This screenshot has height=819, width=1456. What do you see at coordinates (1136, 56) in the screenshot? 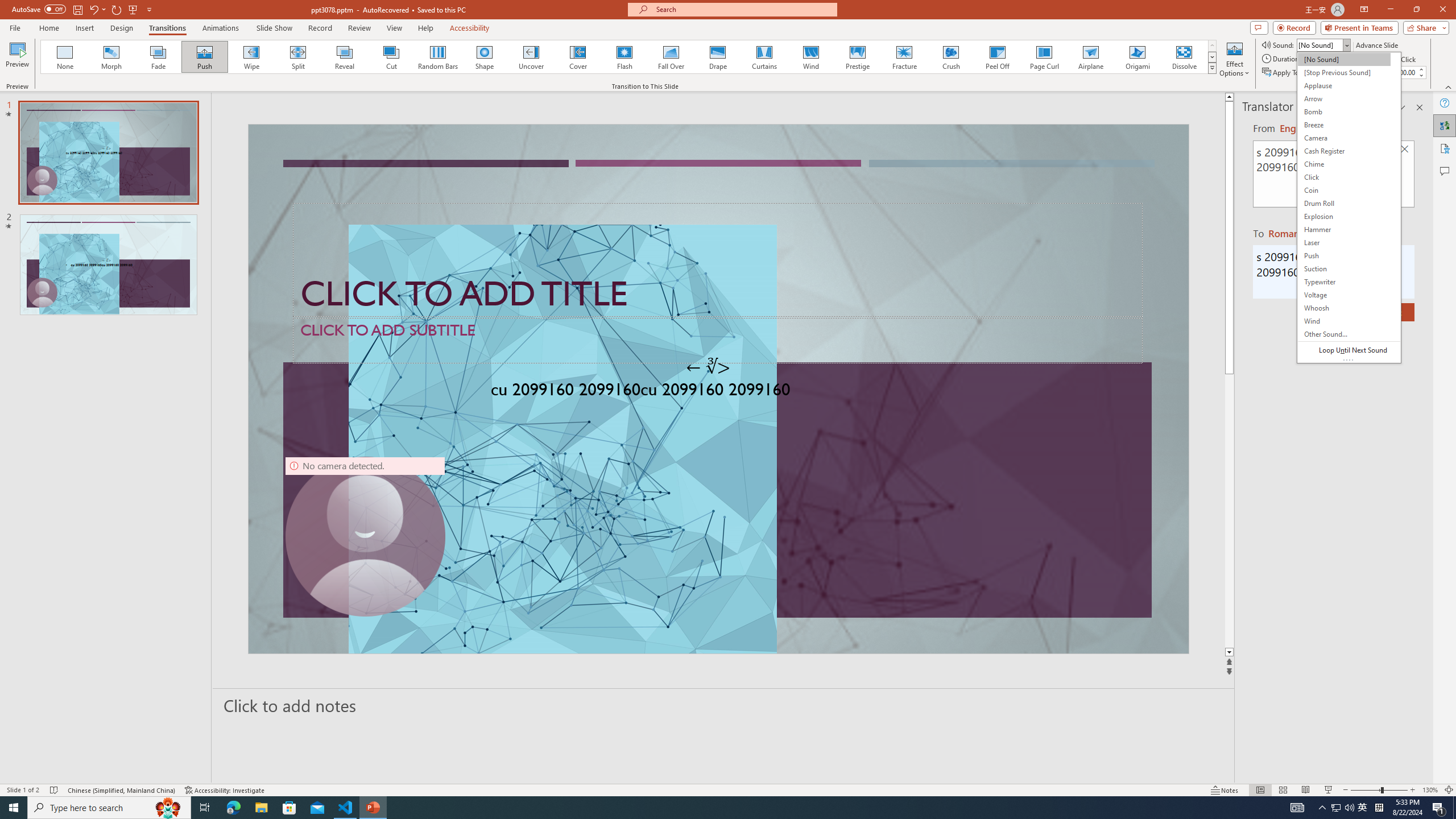
I see `'Origami'` at bounding box center [1136, 56].